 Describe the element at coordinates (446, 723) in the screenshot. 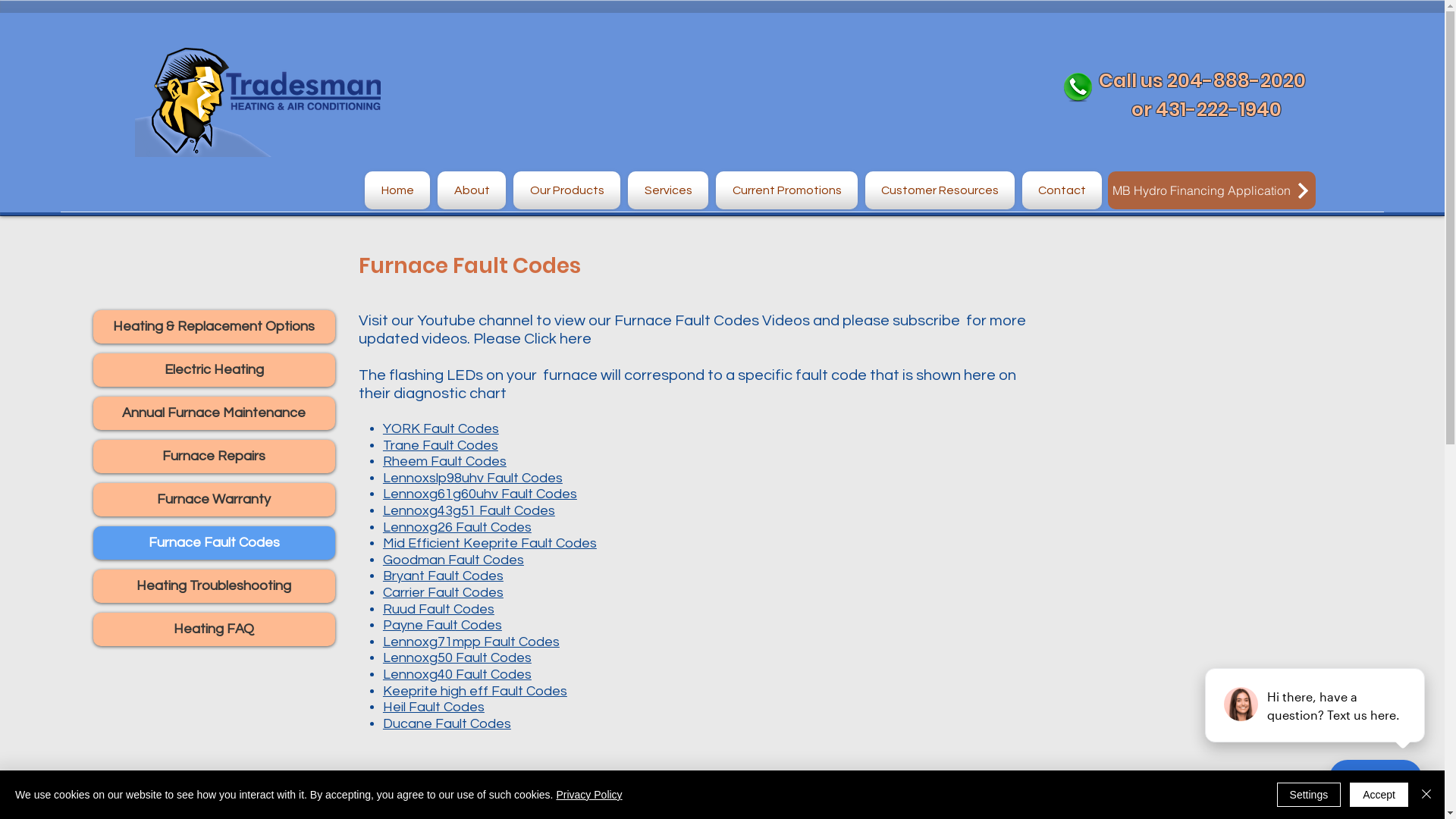

I see `'Ducane Fault Codes'` at that location.